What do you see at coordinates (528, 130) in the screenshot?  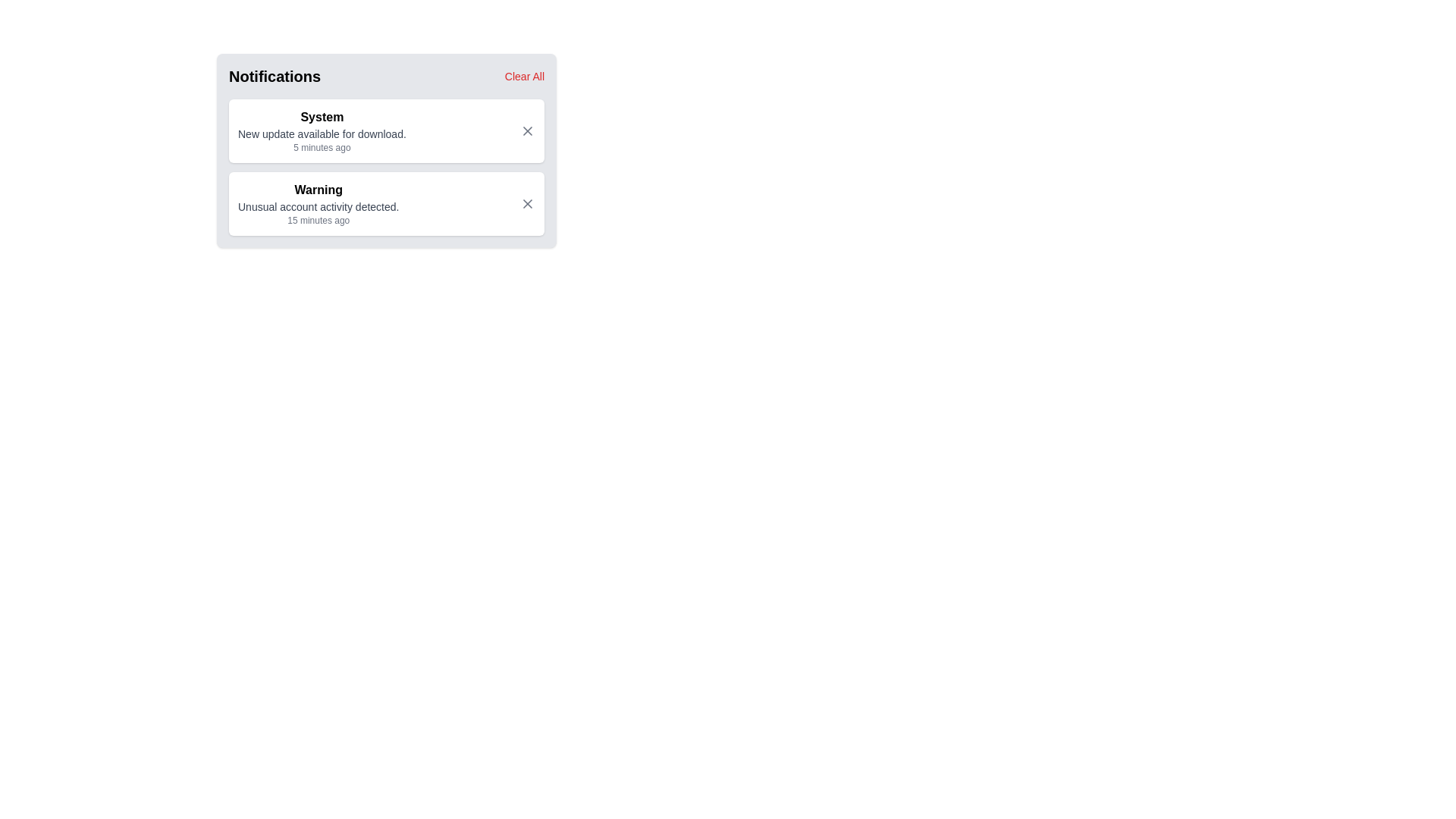 I see `the bold 'X' button located in the top-right corner of the 'System' notification card to change its color` at bounding box center [528, 130].